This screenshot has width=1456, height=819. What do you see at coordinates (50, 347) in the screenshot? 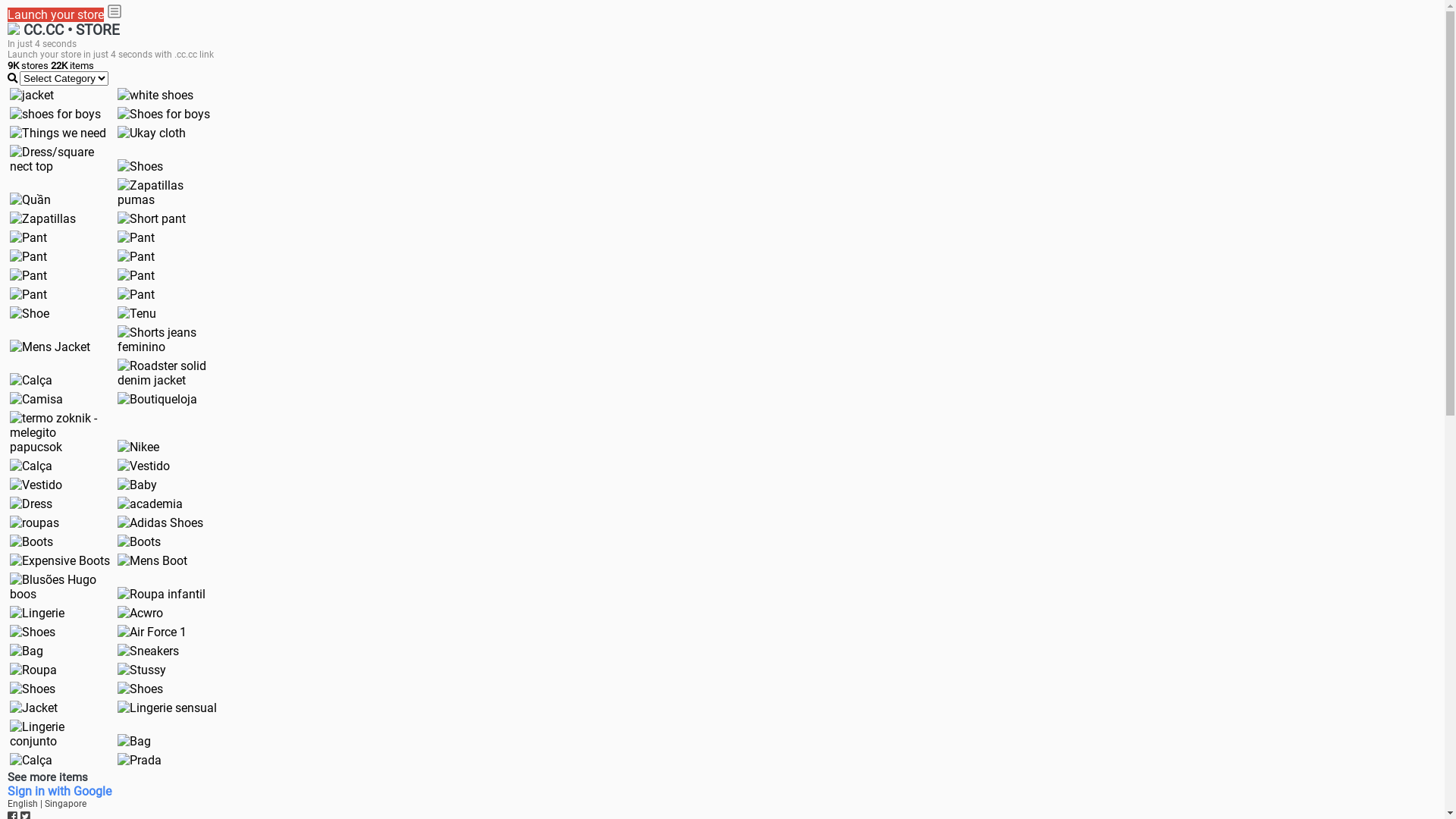
I see `'Mens Jacket'` at bounding box center [50, 347].